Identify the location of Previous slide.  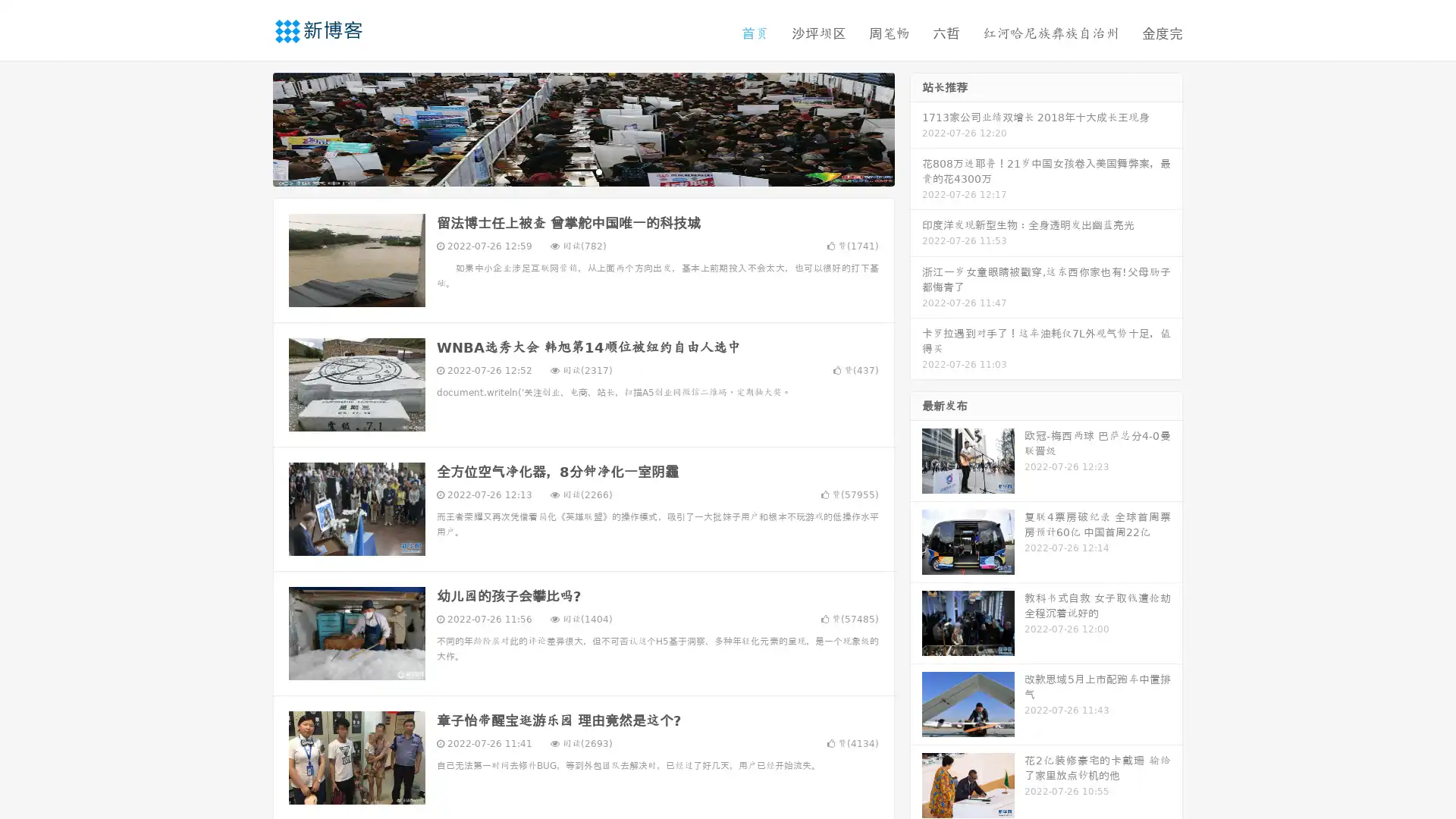
(250, 127).